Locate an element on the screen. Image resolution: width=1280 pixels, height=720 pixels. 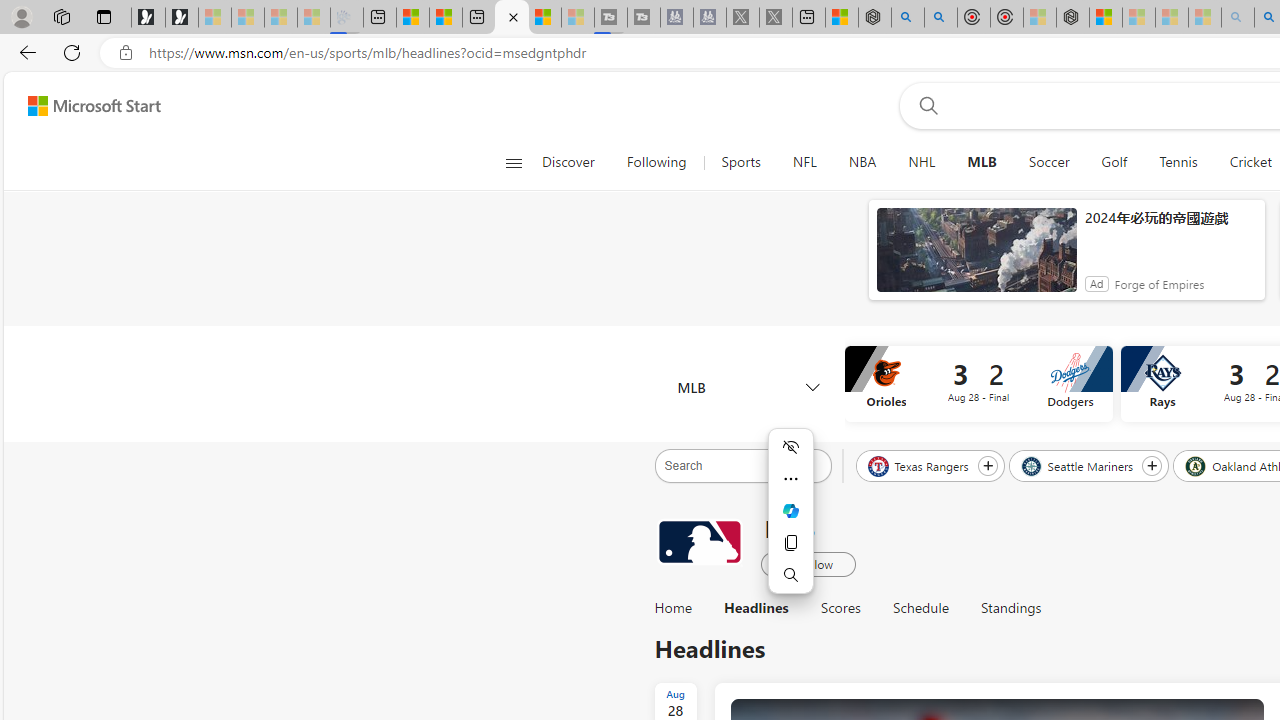
'Cricket' is located at coordinates (1250, 162).